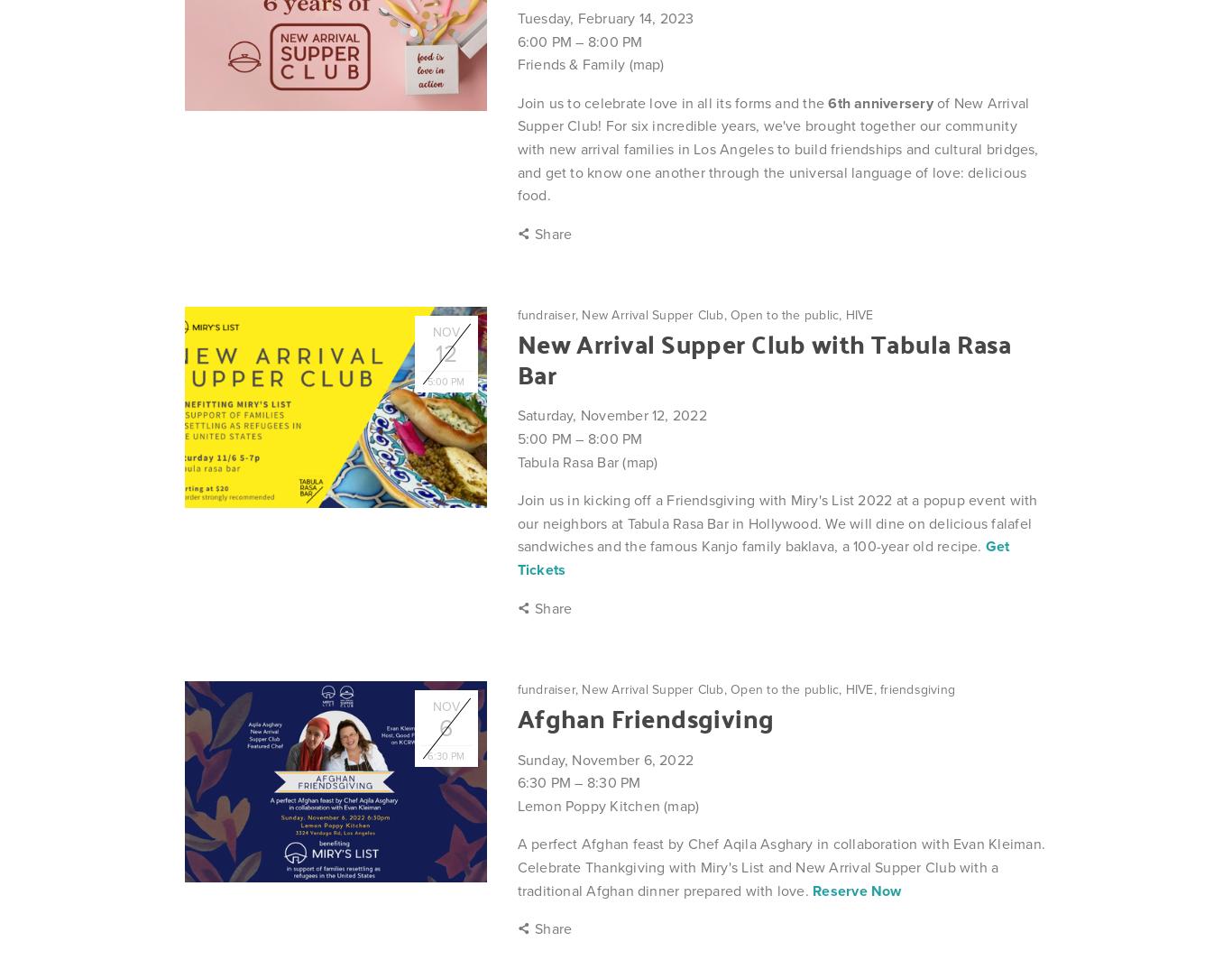  I want to click on '5:00 PM', so click(543, 438).